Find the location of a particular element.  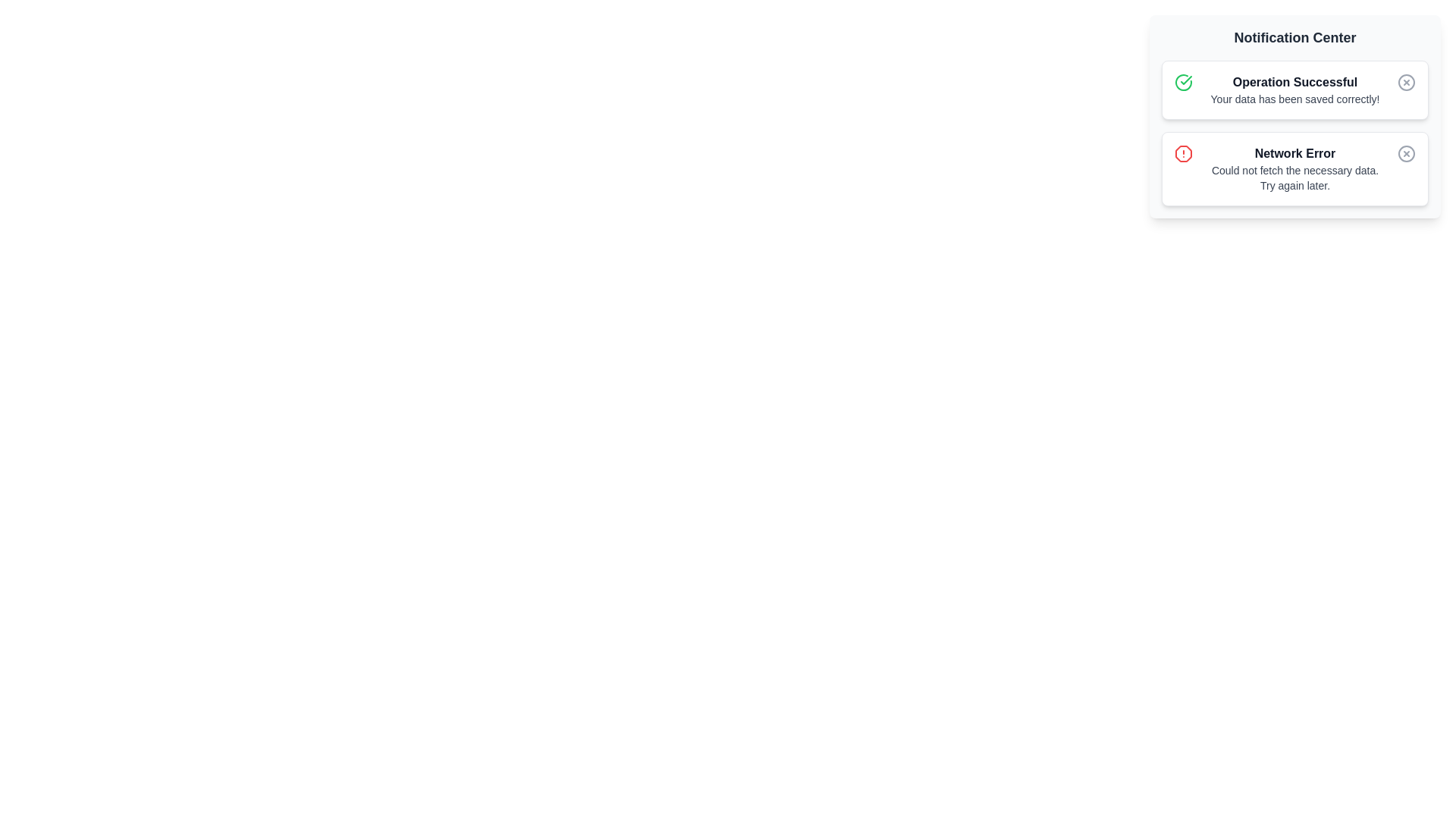

the circular icon with a green border and a checkmark in the center, located in the top-left corner of the 'Operation Successful' notification card is located at coordinates (1182, 82).